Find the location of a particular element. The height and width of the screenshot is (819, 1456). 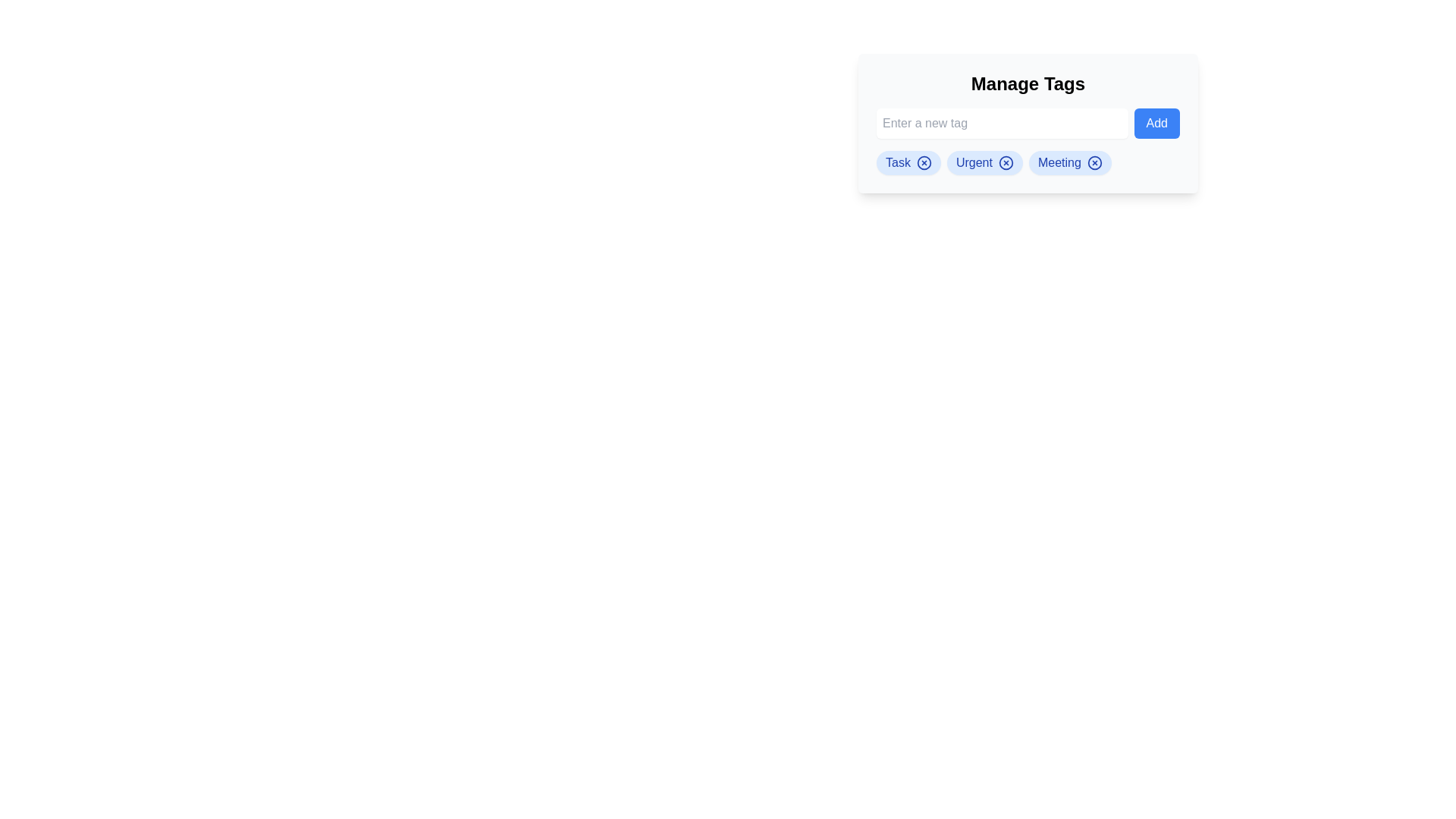

the text label displaying 'Urgent' is located at coordinates (973, 163).